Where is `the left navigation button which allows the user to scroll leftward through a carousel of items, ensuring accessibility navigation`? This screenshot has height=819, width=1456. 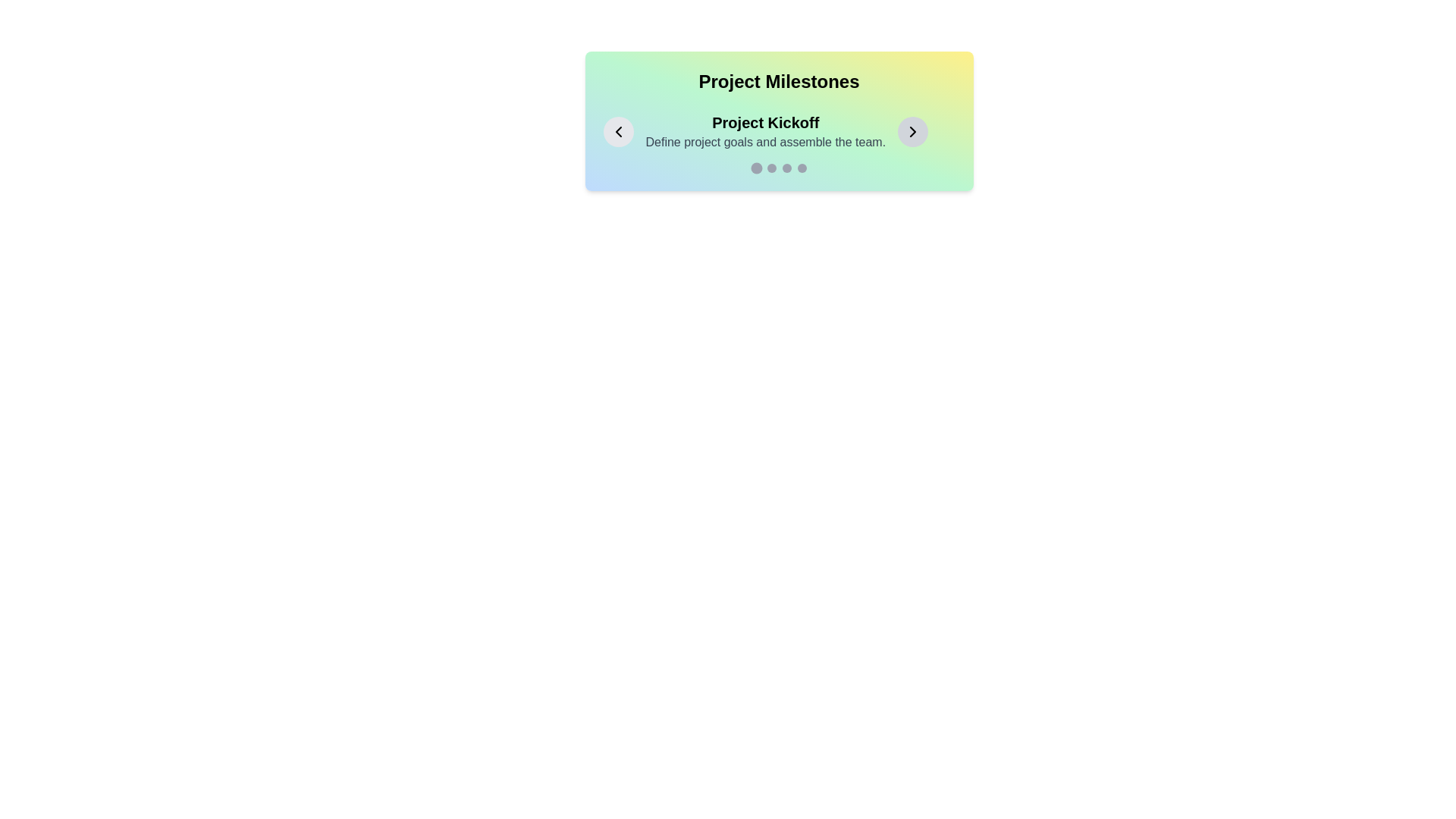
the left navigation button which allows the user to scroll leftward through a carousel of items, ensuring accessibility navigation is located at coordinates (618, 130).